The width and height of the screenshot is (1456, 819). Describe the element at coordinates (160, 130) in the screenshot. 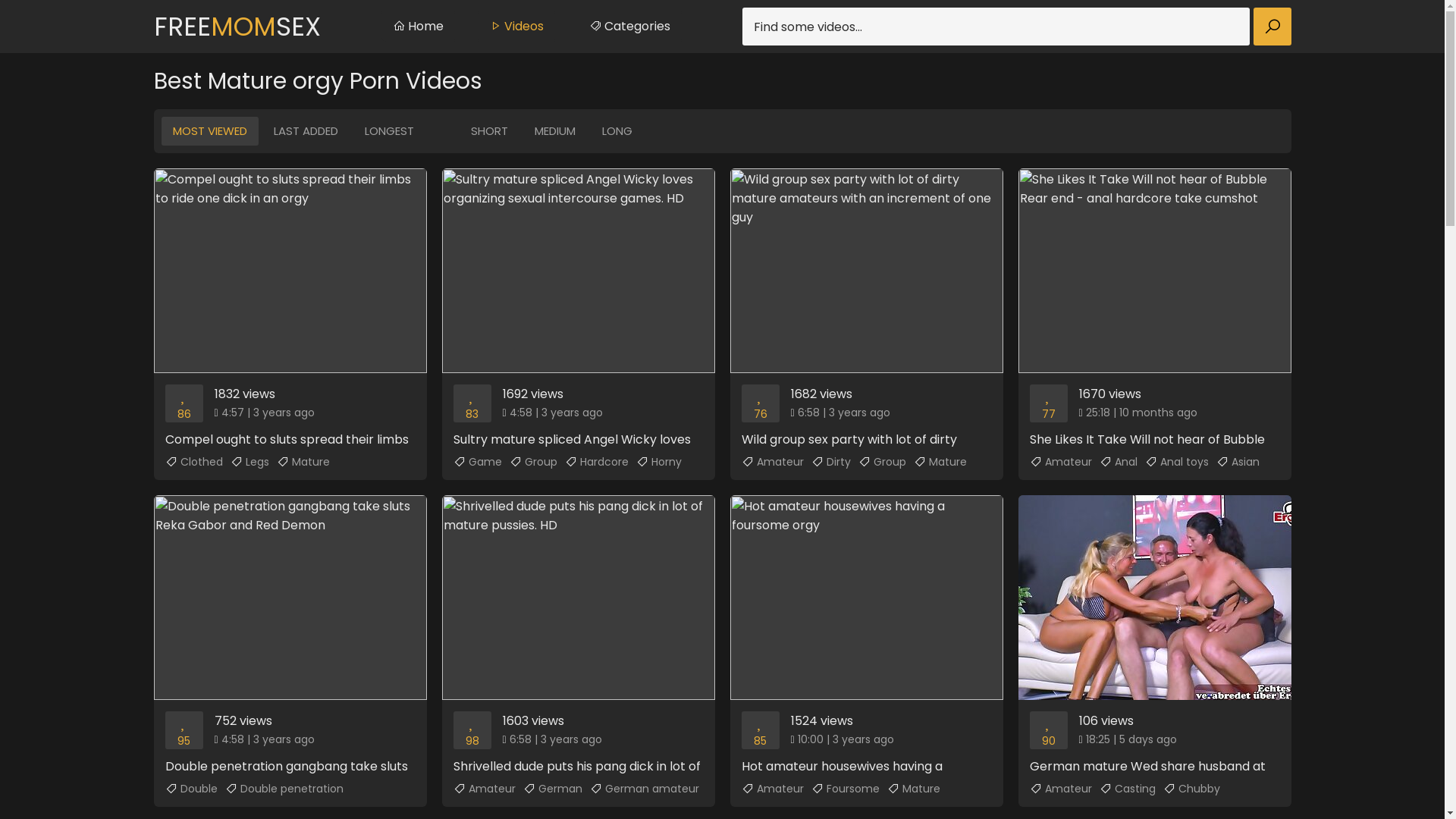

I see `'MOST VIEWED'` at that location.